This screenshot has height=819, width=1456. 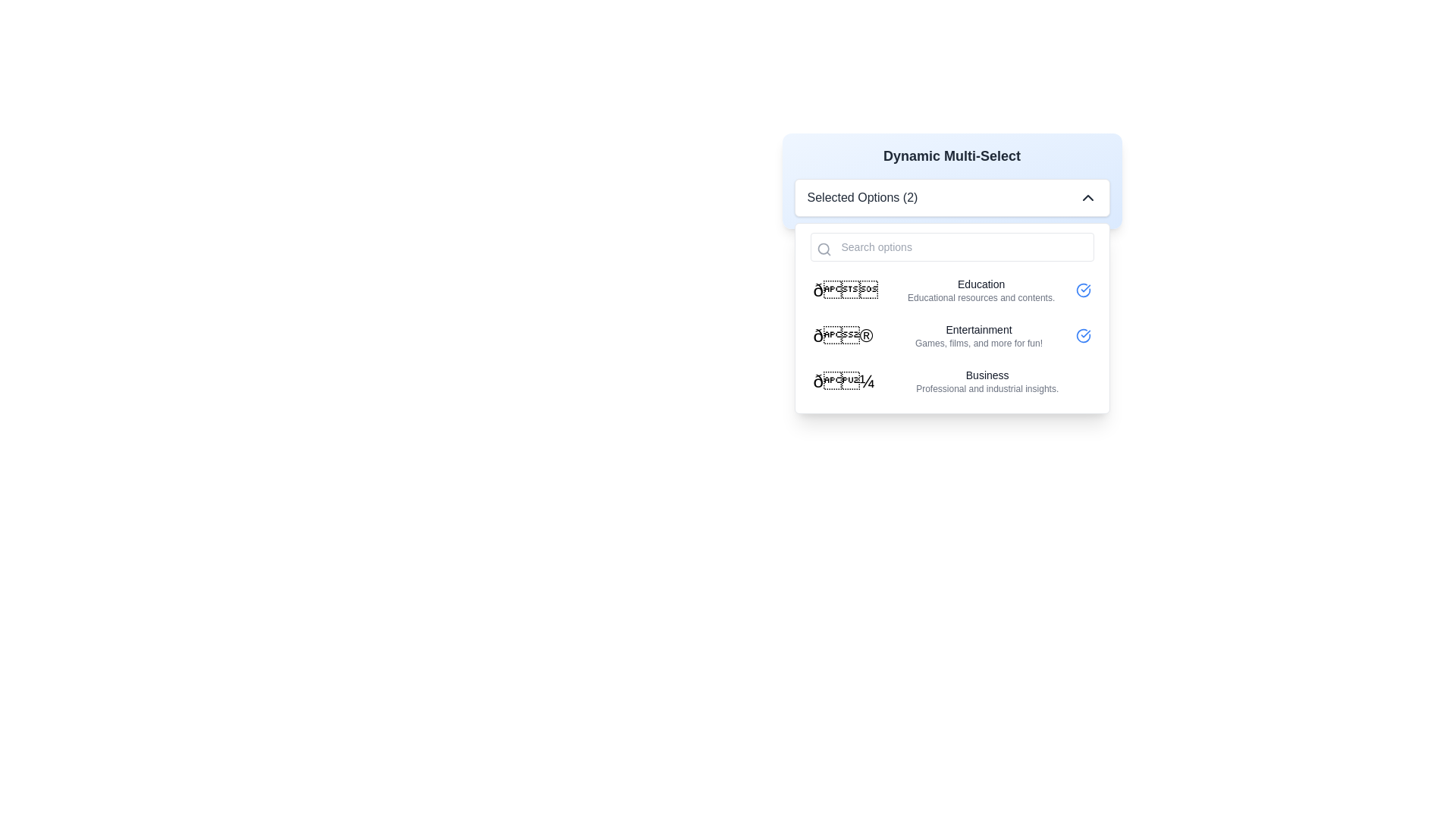 I want to click on the static text label providing additional context to the 'Entertainment' option in the 'Dynamic Multi-Select' dropdown, located below the 'Entertainment' title, so click(x=979, y=343).